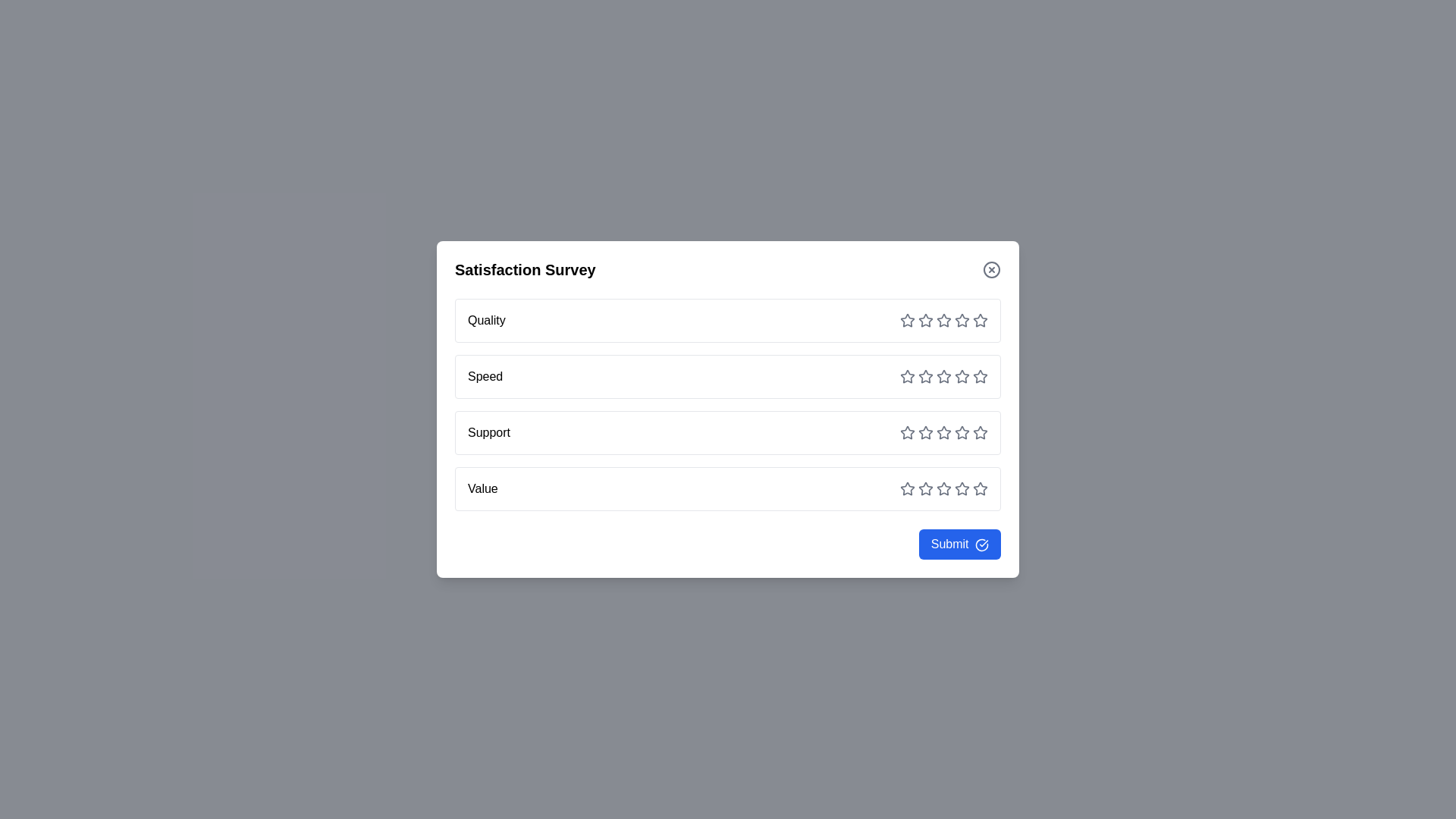  I want to click on close button at the top-right corner of the dialog to close it, so click(992, 268).